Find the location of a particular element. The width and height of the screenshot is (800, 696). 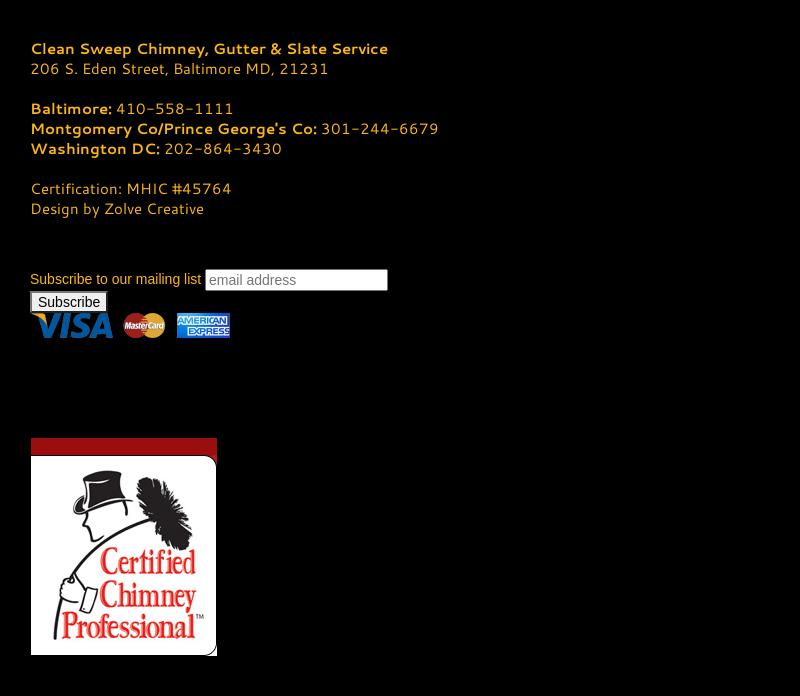

'Subscribe to our mailing list' is located at coordinates (30, 276).